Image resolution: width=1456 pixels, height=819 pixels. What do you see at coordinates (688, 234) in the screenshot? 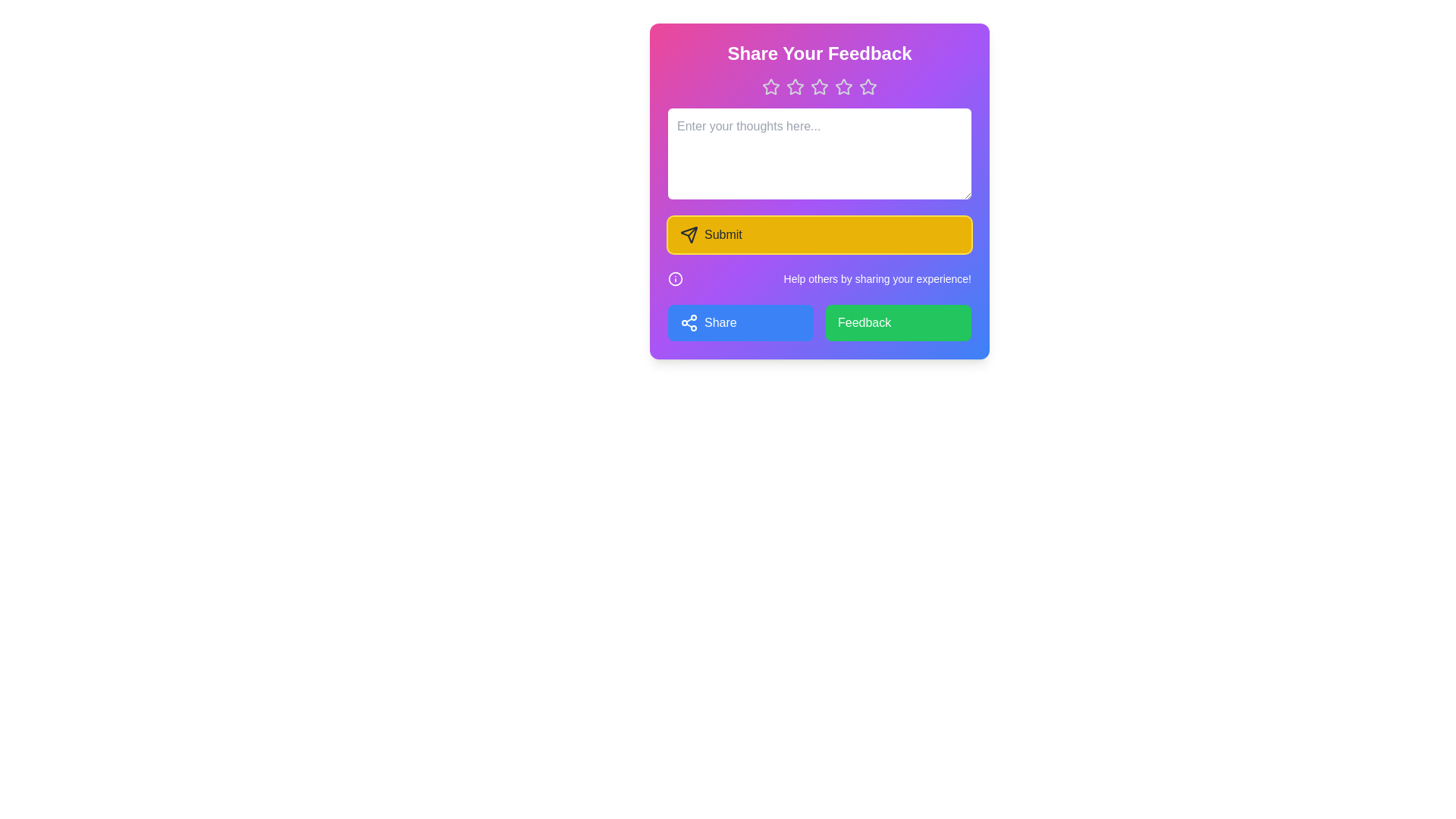
I see `the icon associated with the 'Submit' button` at bounding box center [688, 234].